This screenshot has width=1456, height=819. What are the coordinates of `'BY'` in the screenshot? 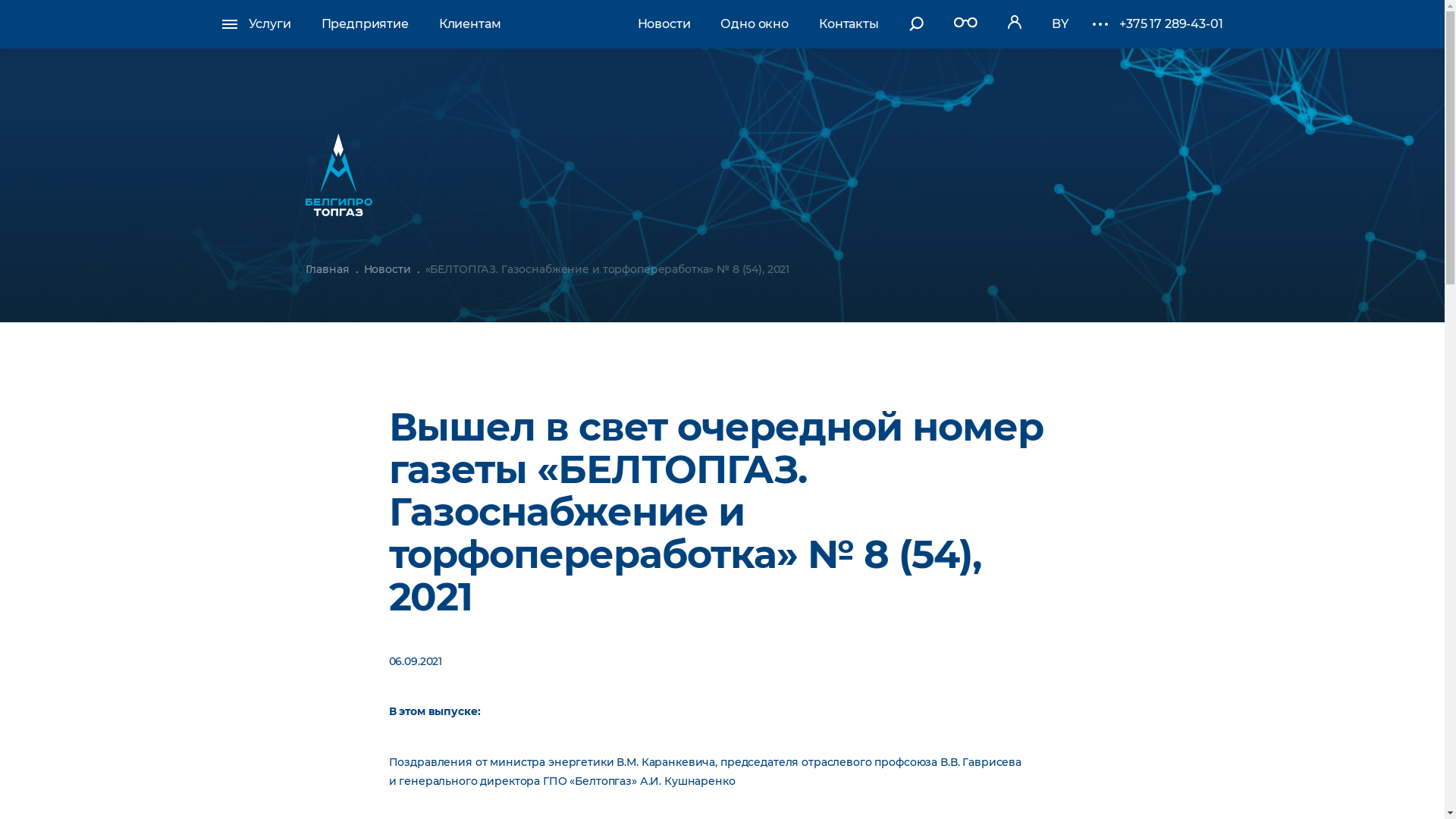 It's located at (1051, 24).